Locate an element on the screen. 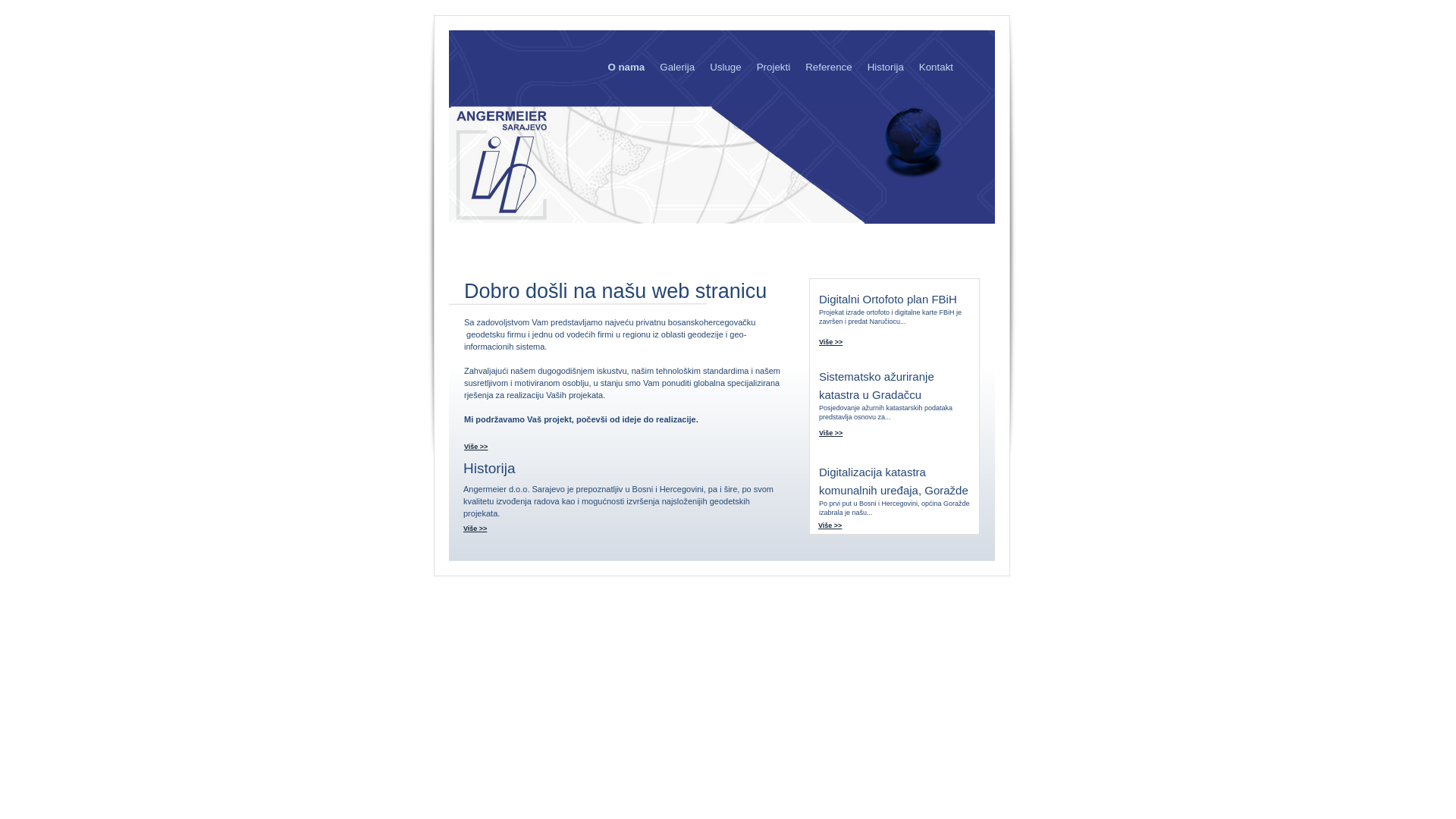  'O nama' is located at coordinates (626, 66).